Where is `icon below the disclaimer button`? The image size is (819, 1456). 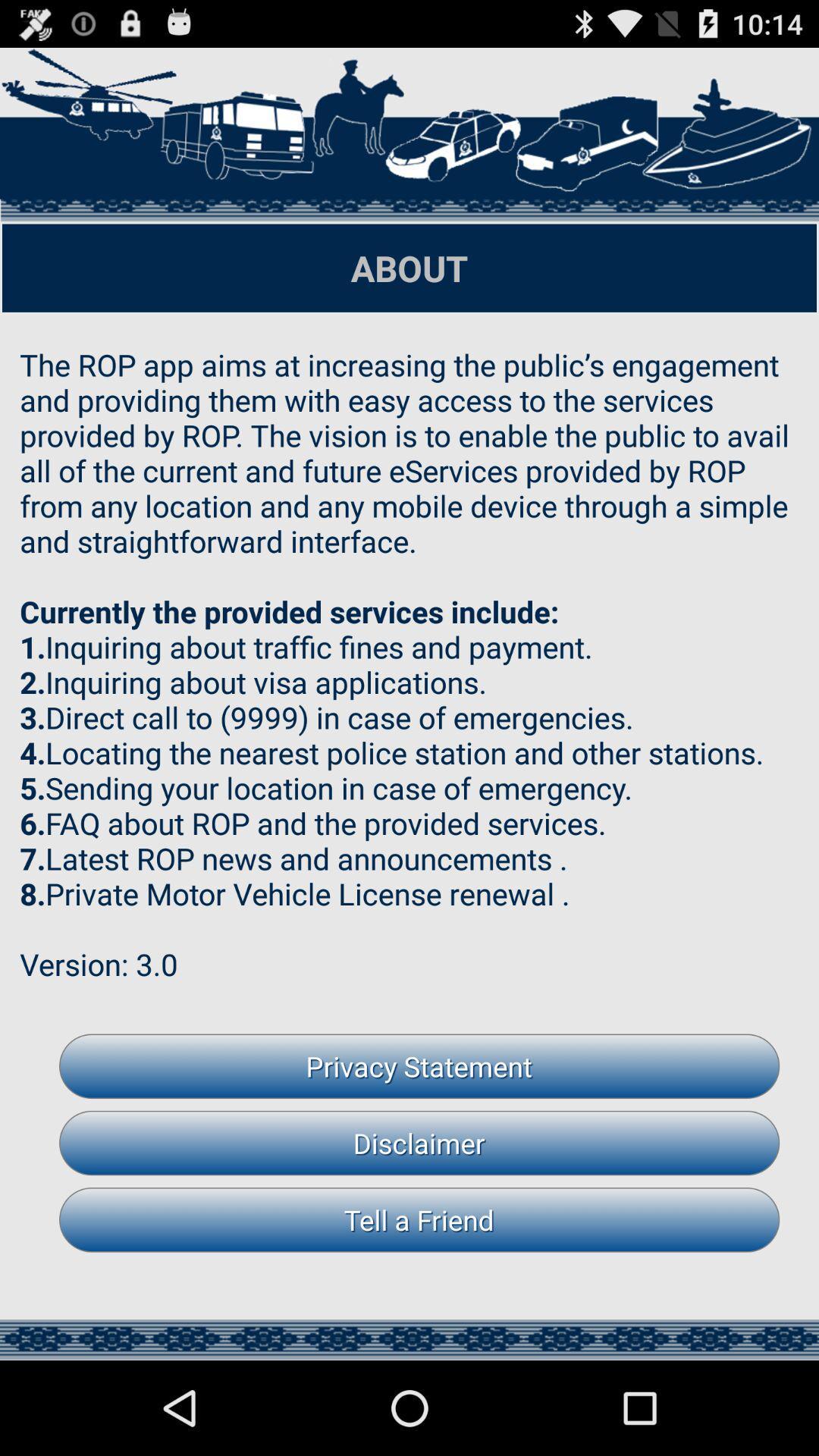 icon below the disclaimer button is located at coordinates (419, 1219).